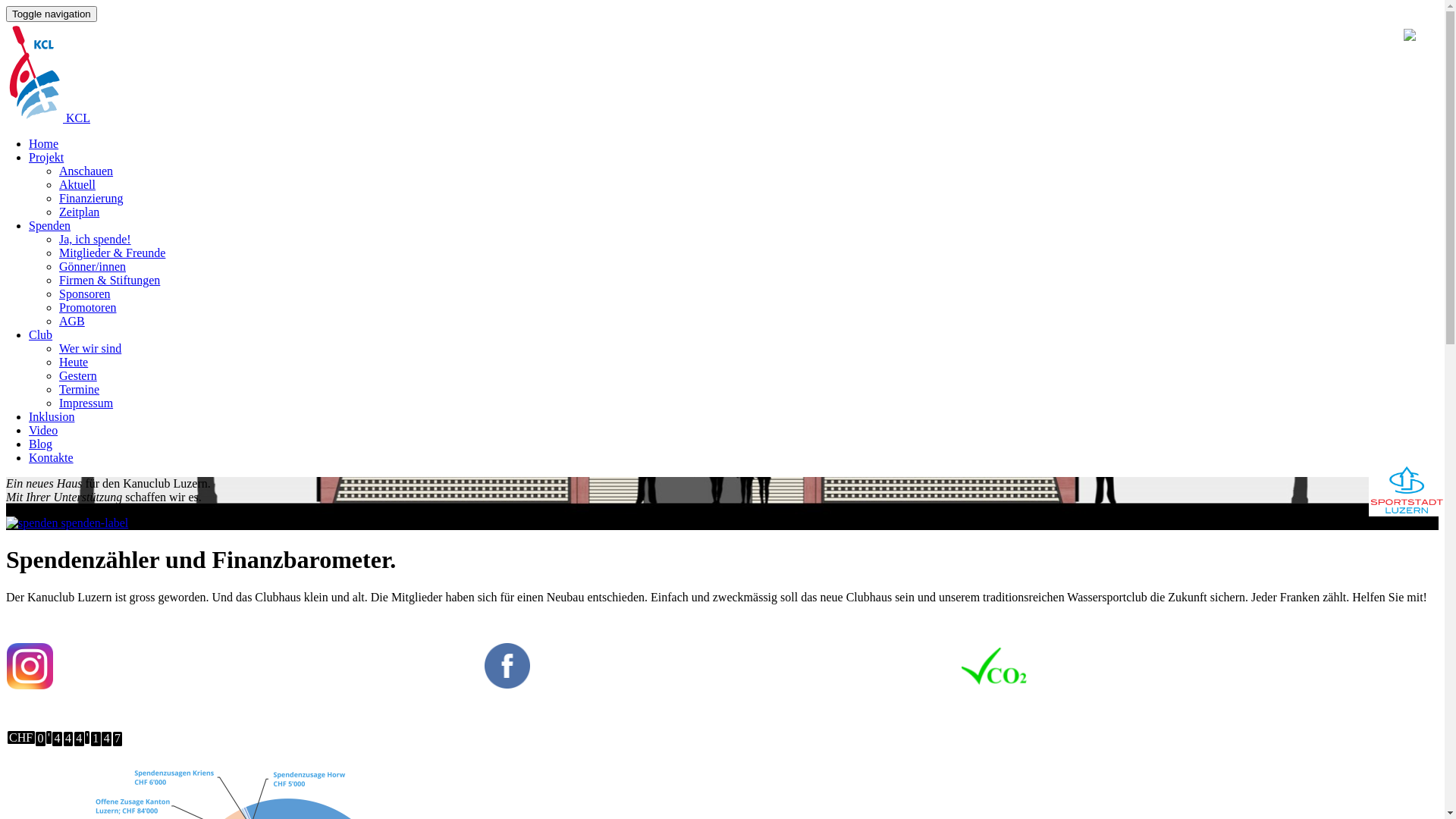 The height and width of the screenshot is (819, 1456). I want to click on 'KCL', so click(48, 117).